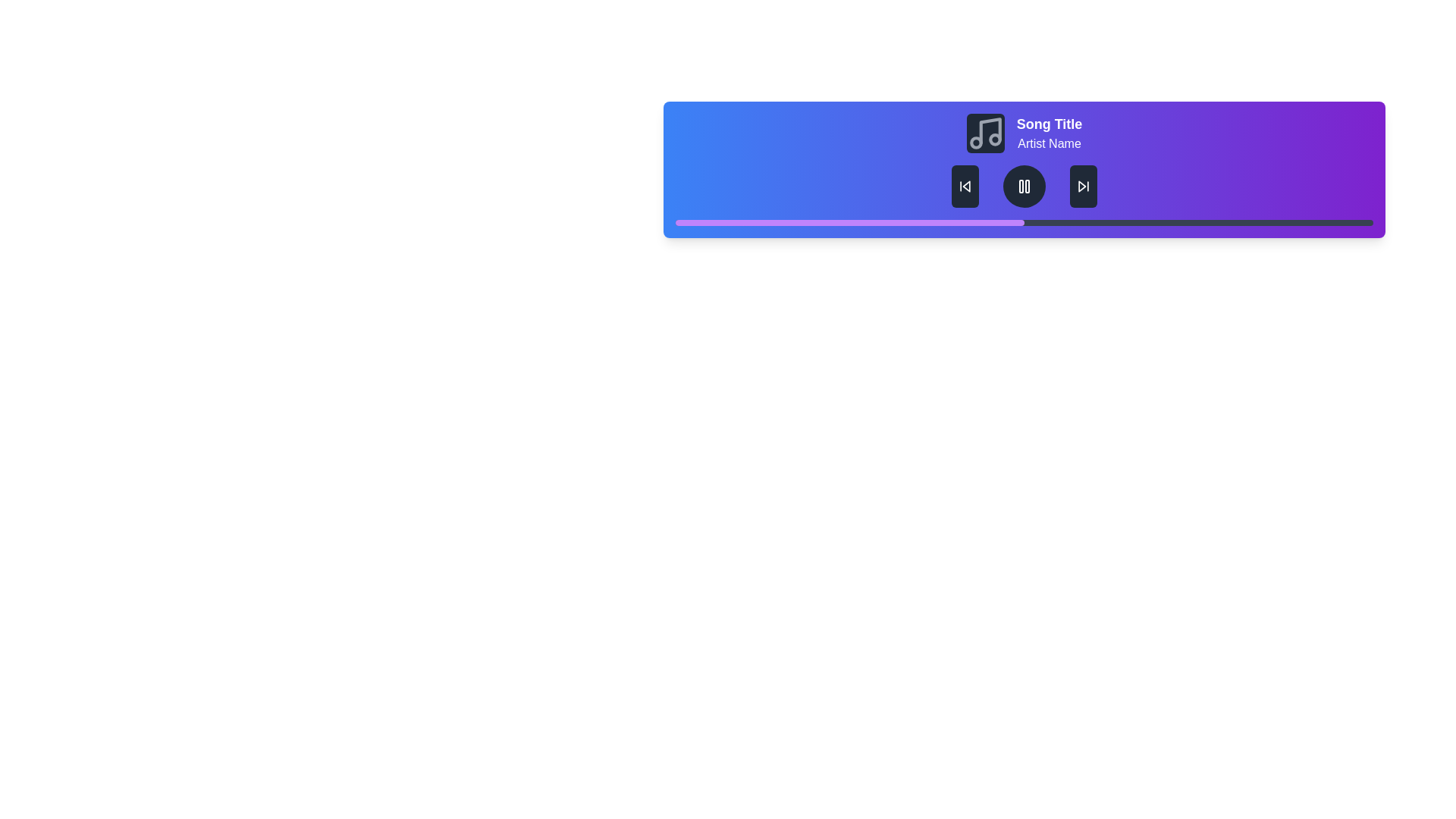 Image resolution: width=1456 pixels, height=819 pixels. I want to click on the music-related decorative icon located to the left of the 'Song Title' and 'Artist Name' text in the top section of the player interface, so click(985, 133).